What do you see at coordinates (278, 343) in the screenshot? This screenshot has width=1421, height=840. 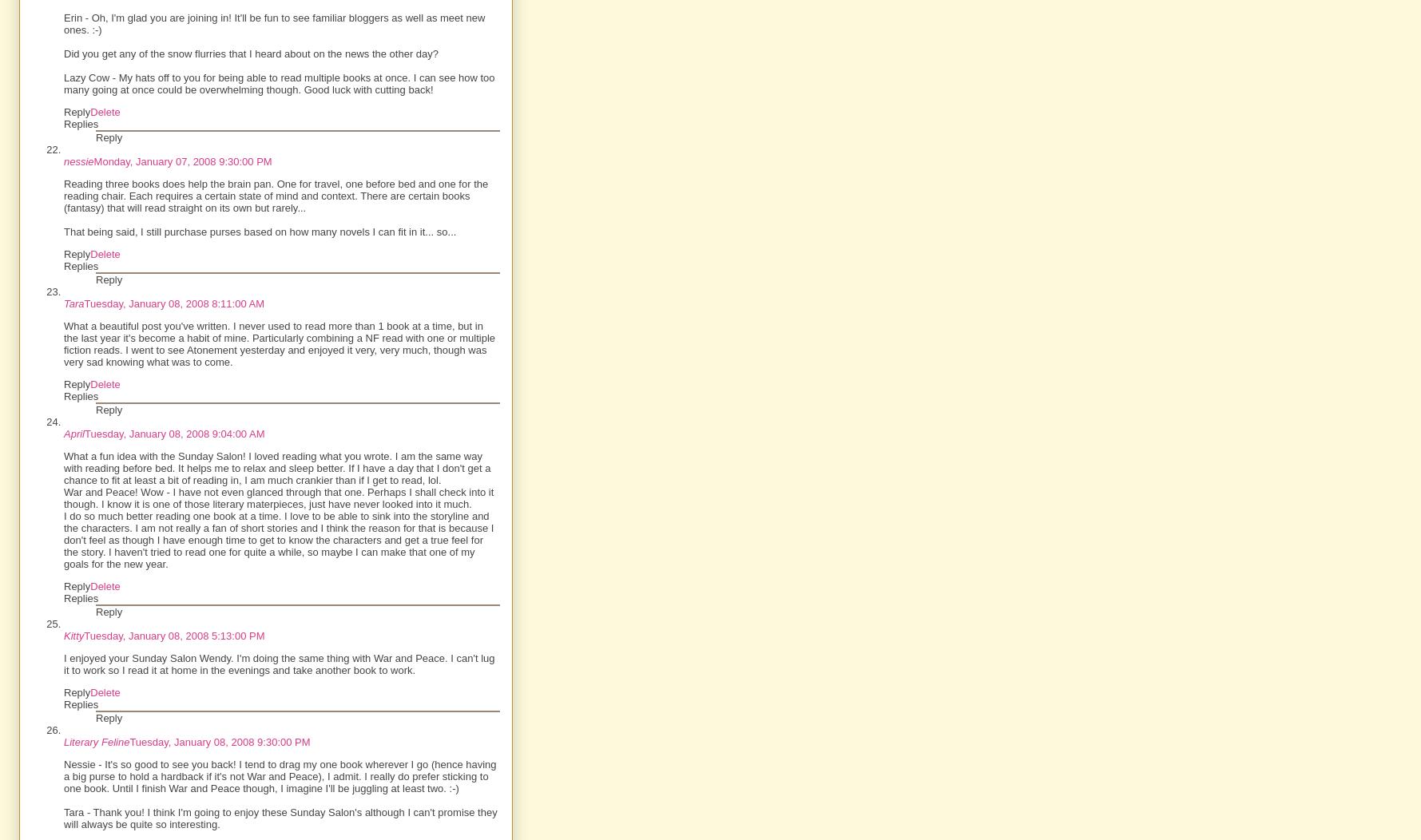 I see `'What a beautiful post you've written.  I never used to read more than 1 book at a time, but in the last year it's become a habit of mine.  Particularly combining a NF read with one or multiple fiction reads.  I went to see Atonement yesterday and enjoyed it very, very much, though was very sad knowing what was to come.'` at bounding box center [278, 343].